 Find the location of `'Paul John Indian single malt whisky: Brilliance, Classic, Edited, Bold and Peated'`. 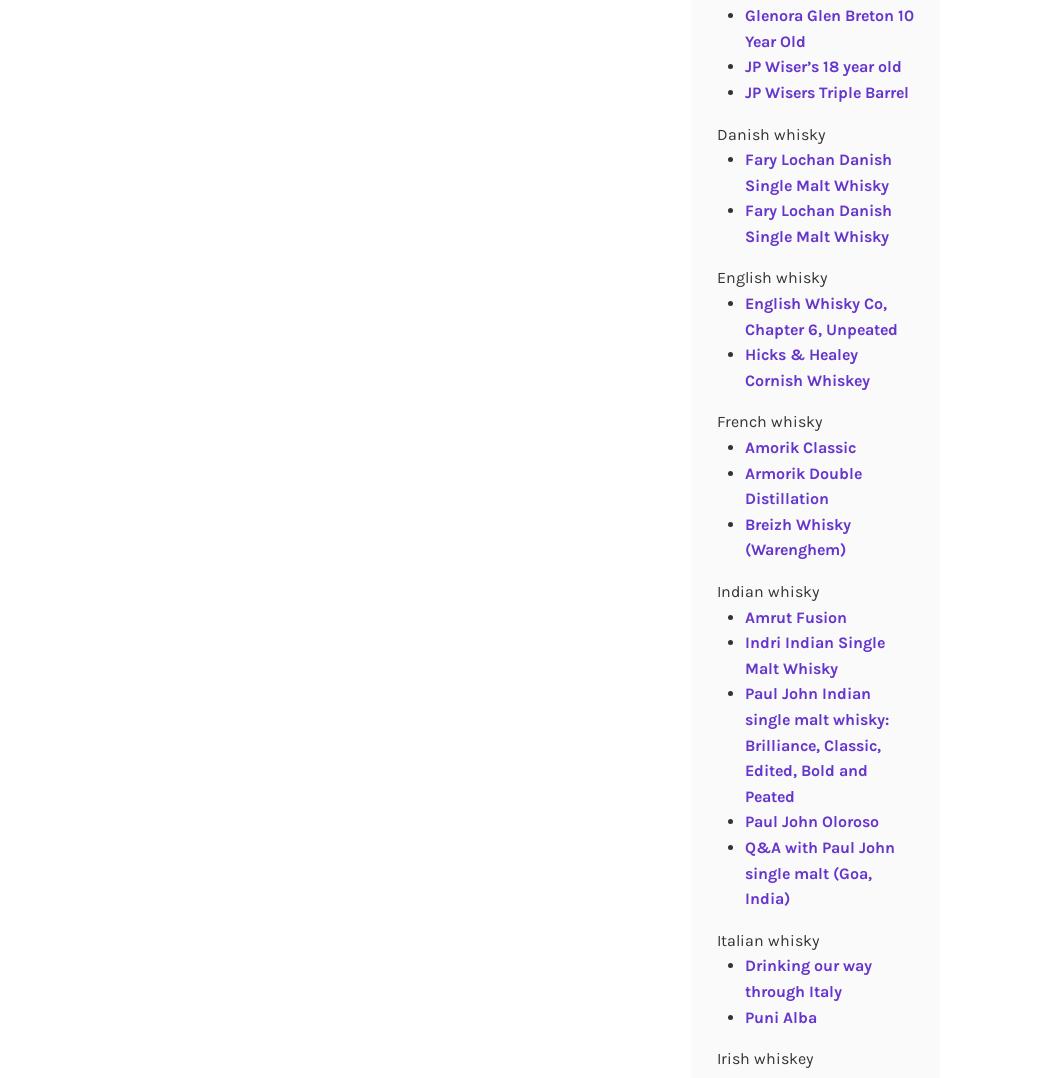

'Paul John Indian single malt whisky: Brilliance, Classic, Edited, Bold and Peated' is located at coordinates (814, 744).